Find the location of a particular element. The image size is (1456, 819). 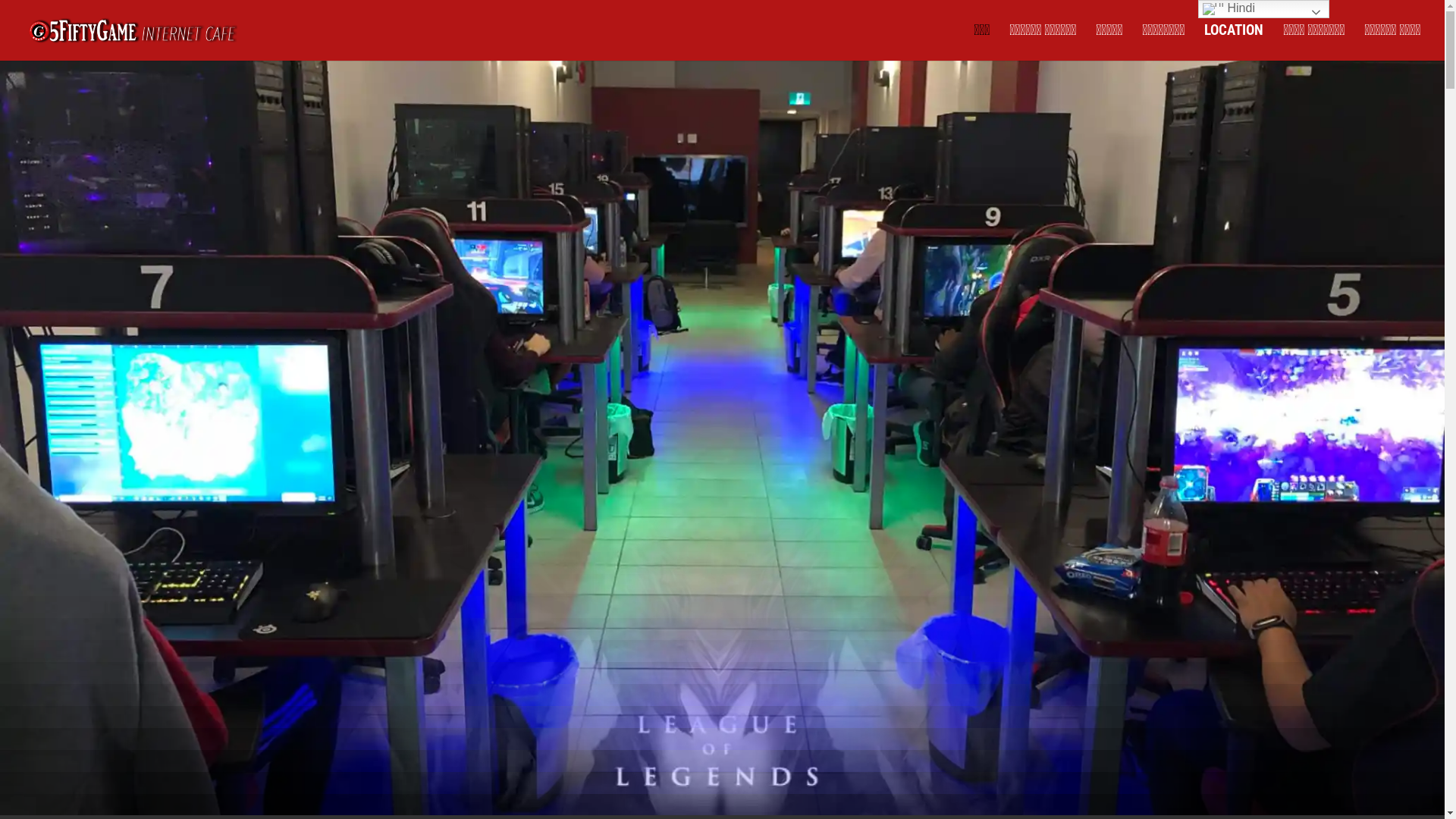

'Hindi' is located at coordinates (1263, 8).